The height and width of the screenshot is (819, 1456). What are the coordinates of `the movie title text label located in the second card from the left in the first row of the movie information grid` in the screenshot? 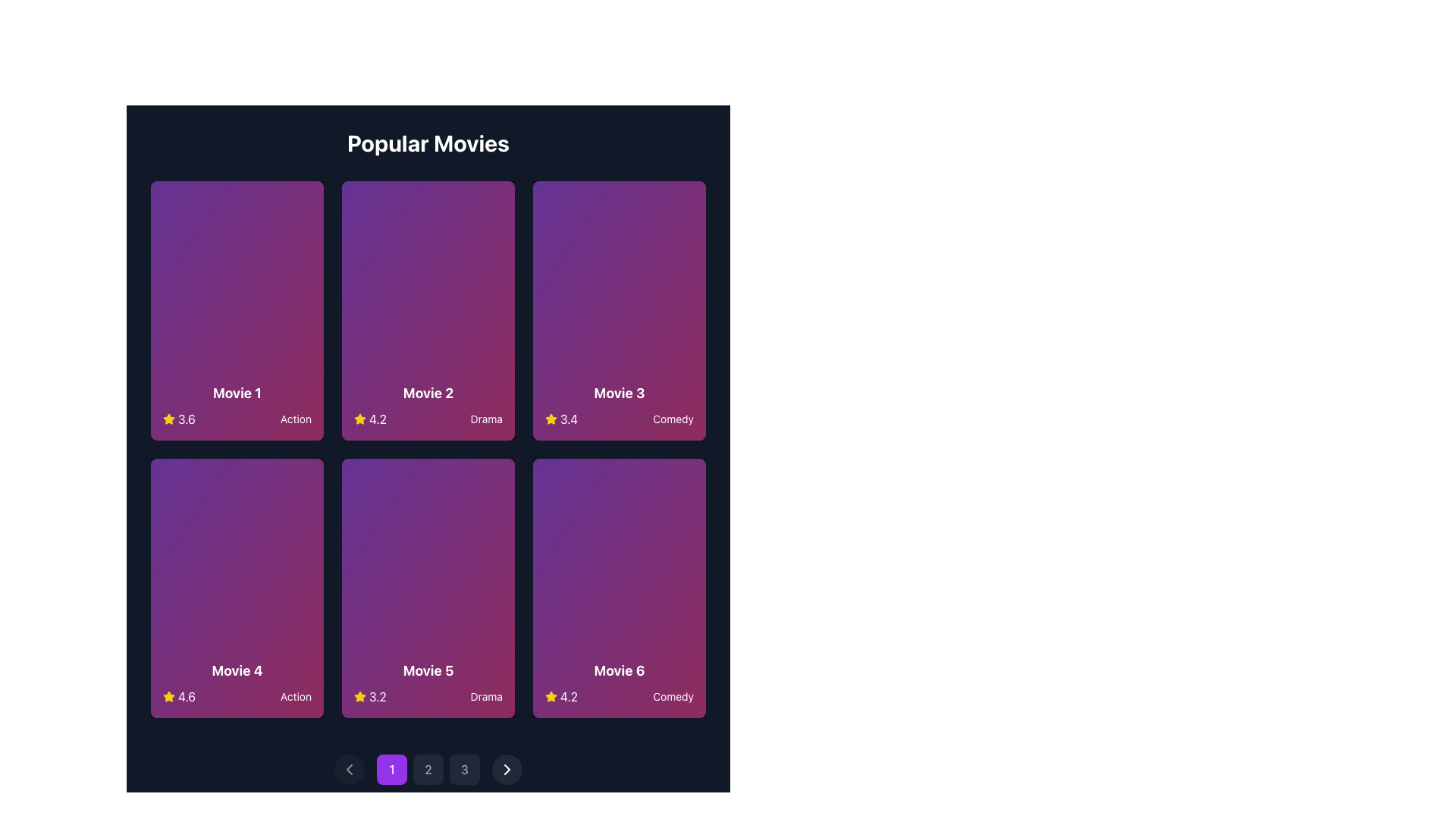 It's located at (428, 393).